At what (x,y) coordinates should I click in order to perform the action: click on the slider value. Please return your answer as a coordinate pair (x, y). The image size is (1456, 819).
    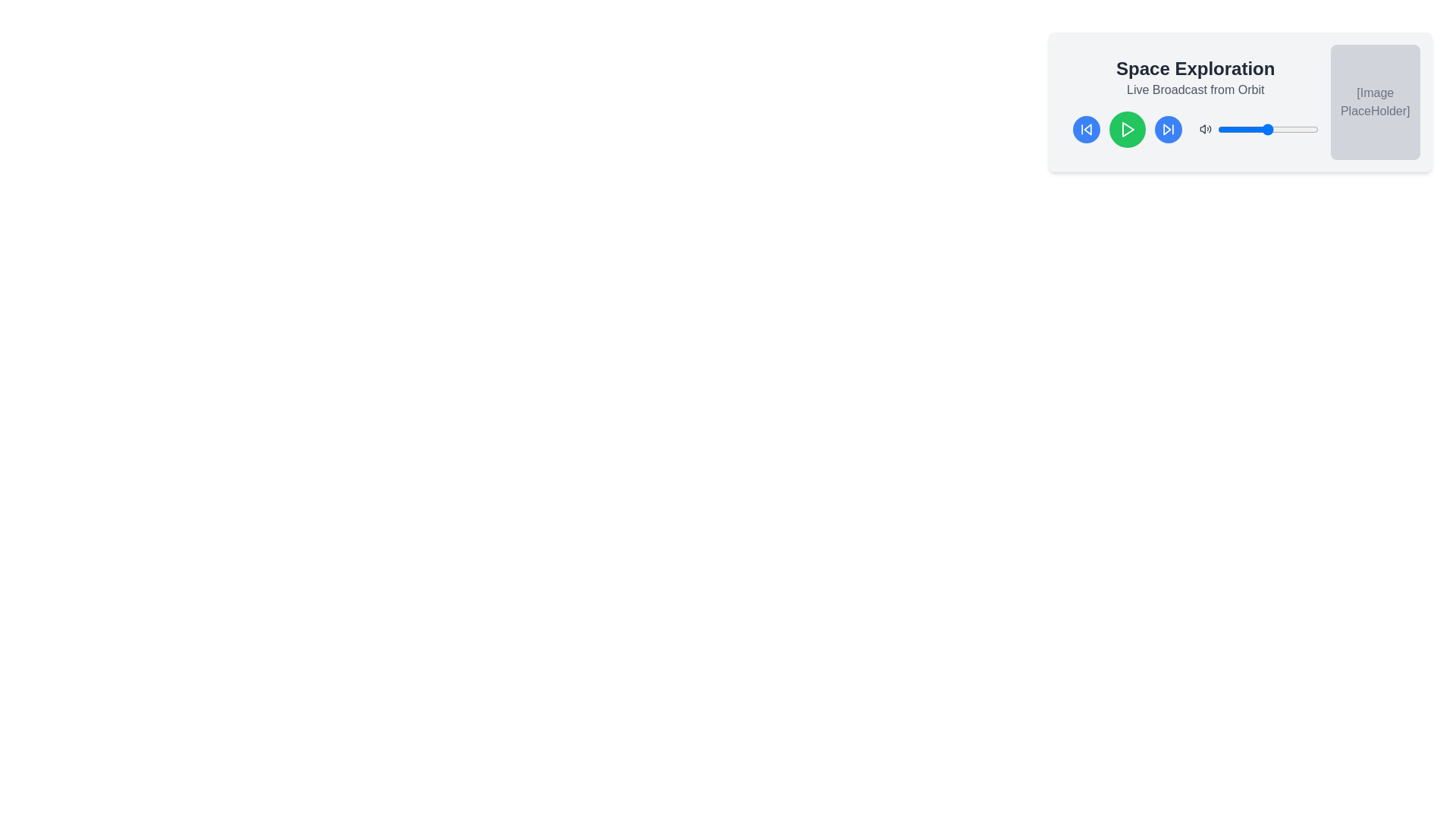
    Looking at the image, I should click on (1291, 128).